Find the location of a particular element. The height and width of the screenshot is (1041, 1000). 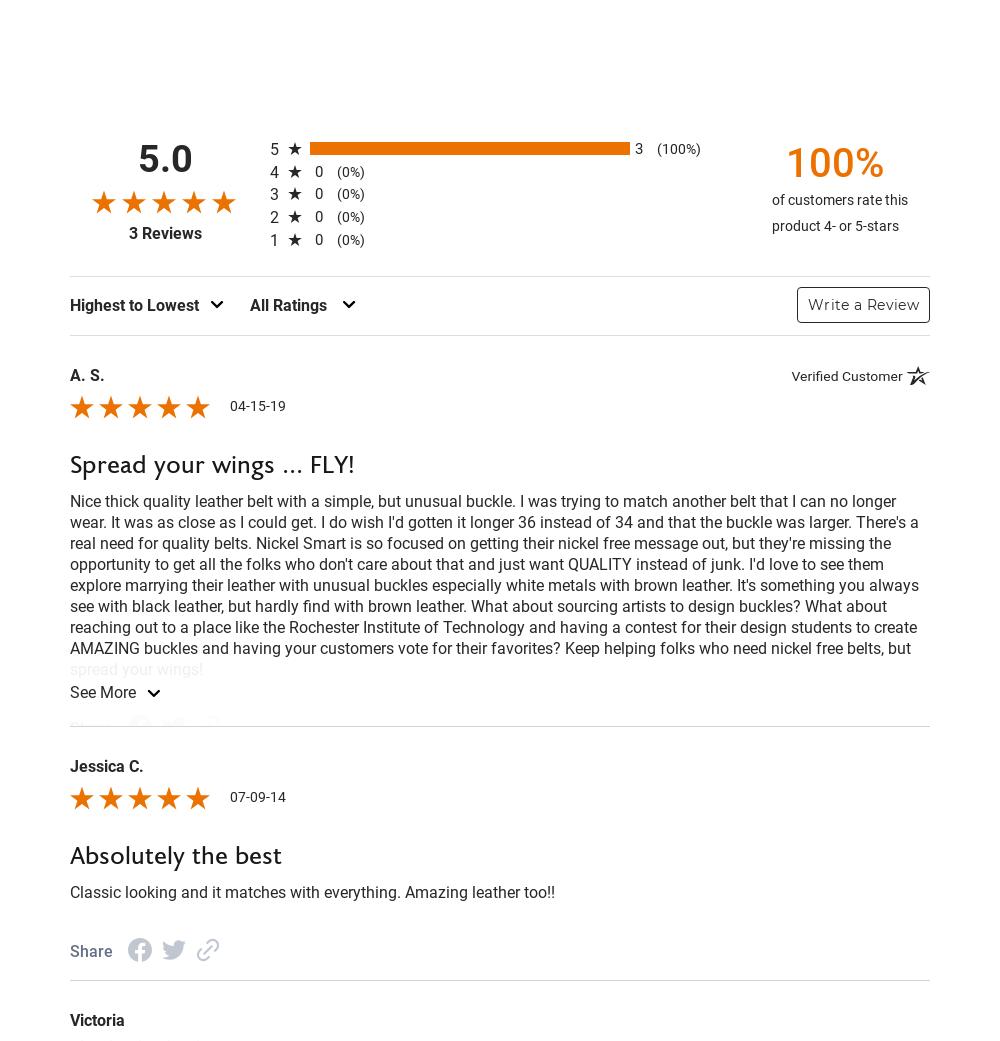

'Classic looking and it matches with everything. Amazing leather too!!' is located at coordinates (312, 890).